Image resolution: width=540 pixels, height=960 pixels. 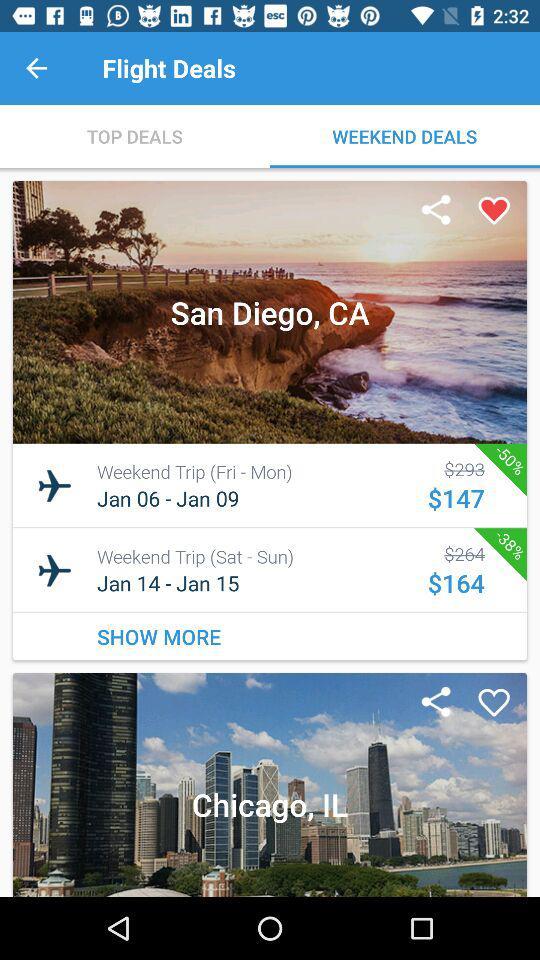 I want to click on heart like button, so click(x=493, y=211).